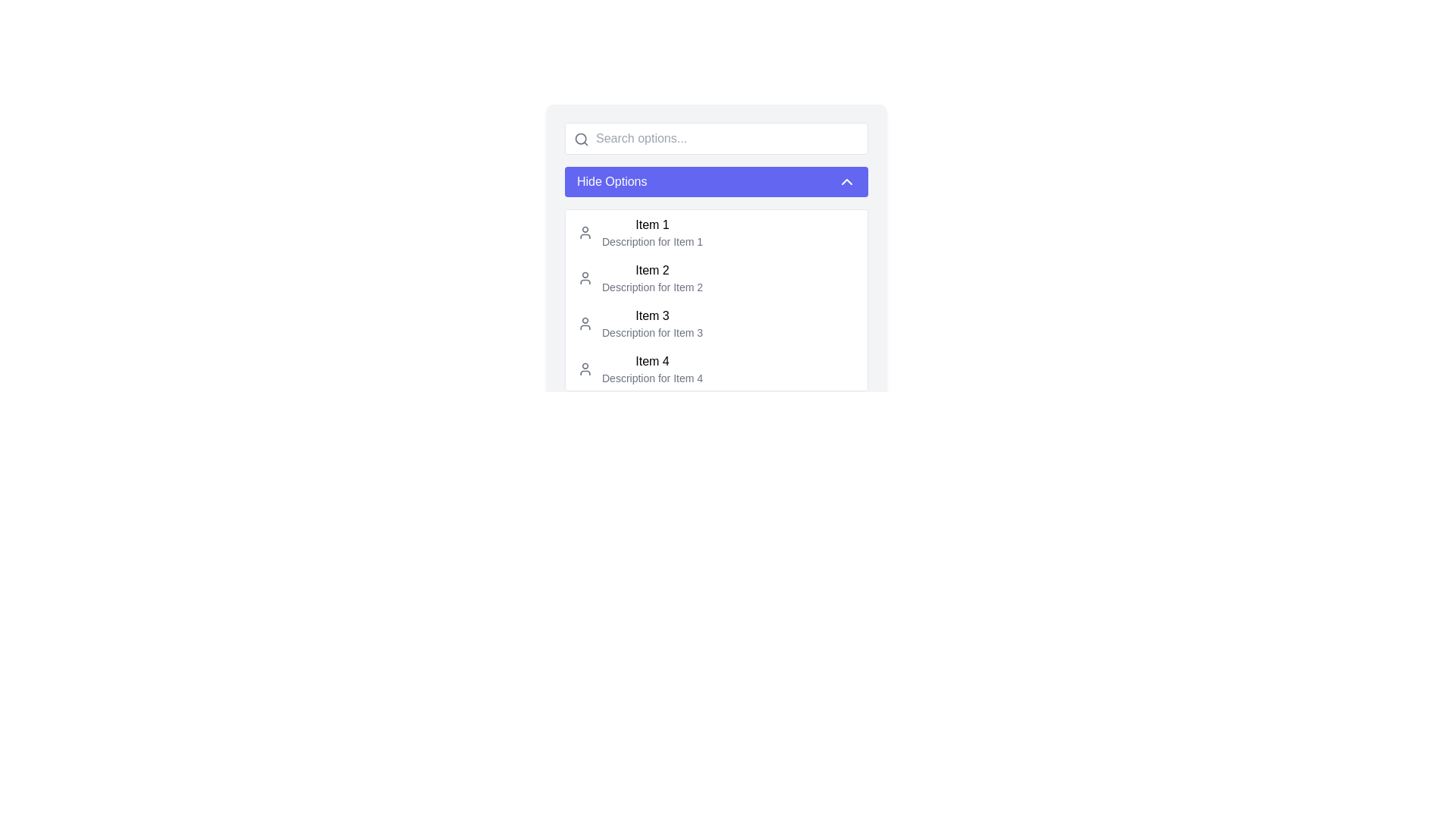  What do you see at coordinates (585, 233) in the screenshot?
I see `the icon representing the categorization of the list item labeled 'Item 1', which is positioned at the top-left of the item within a dropdown interface` at bounding box center [585, 233].